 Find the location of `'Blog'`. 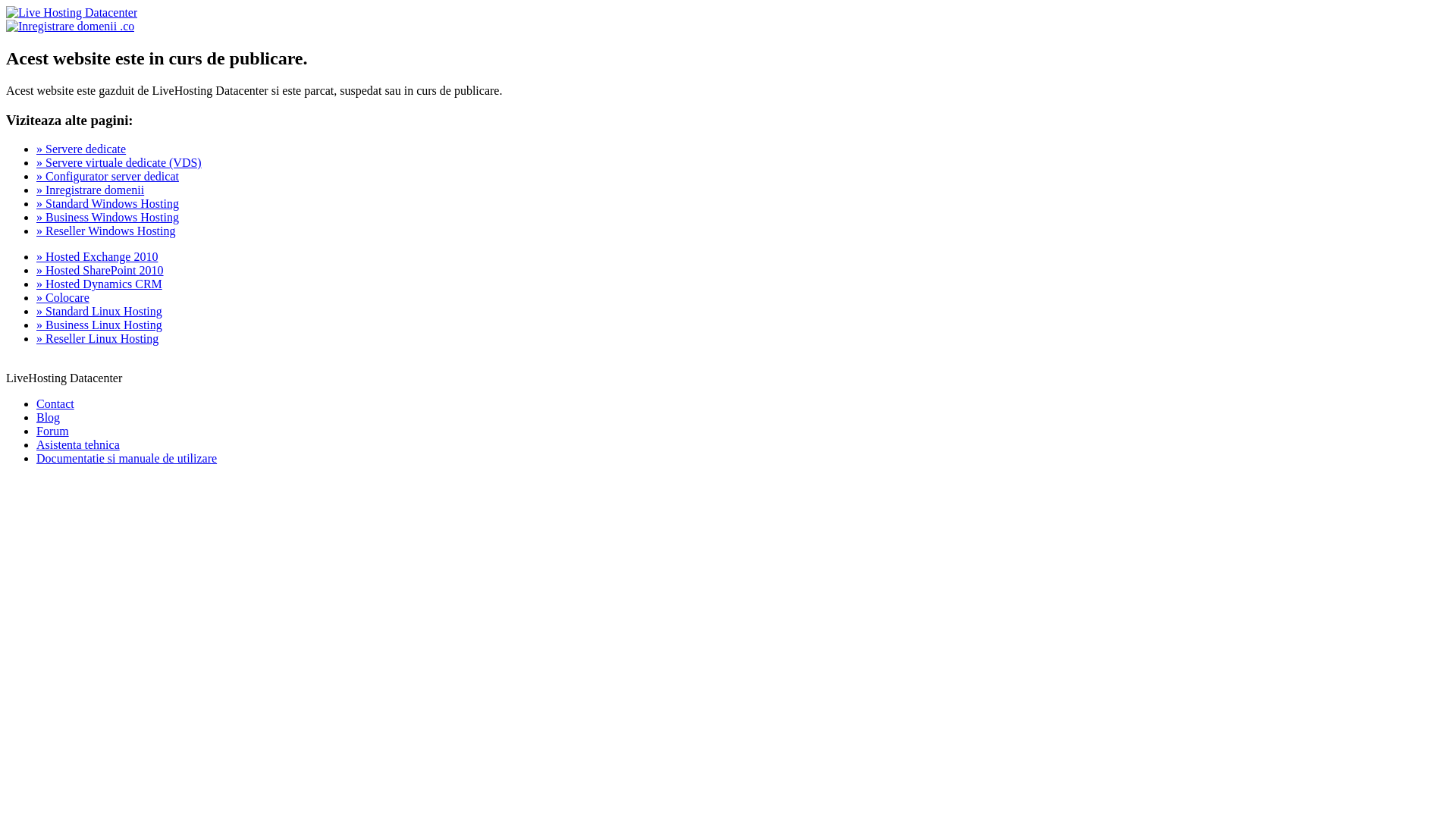

'Blog' is located at coordinates (48, 417).